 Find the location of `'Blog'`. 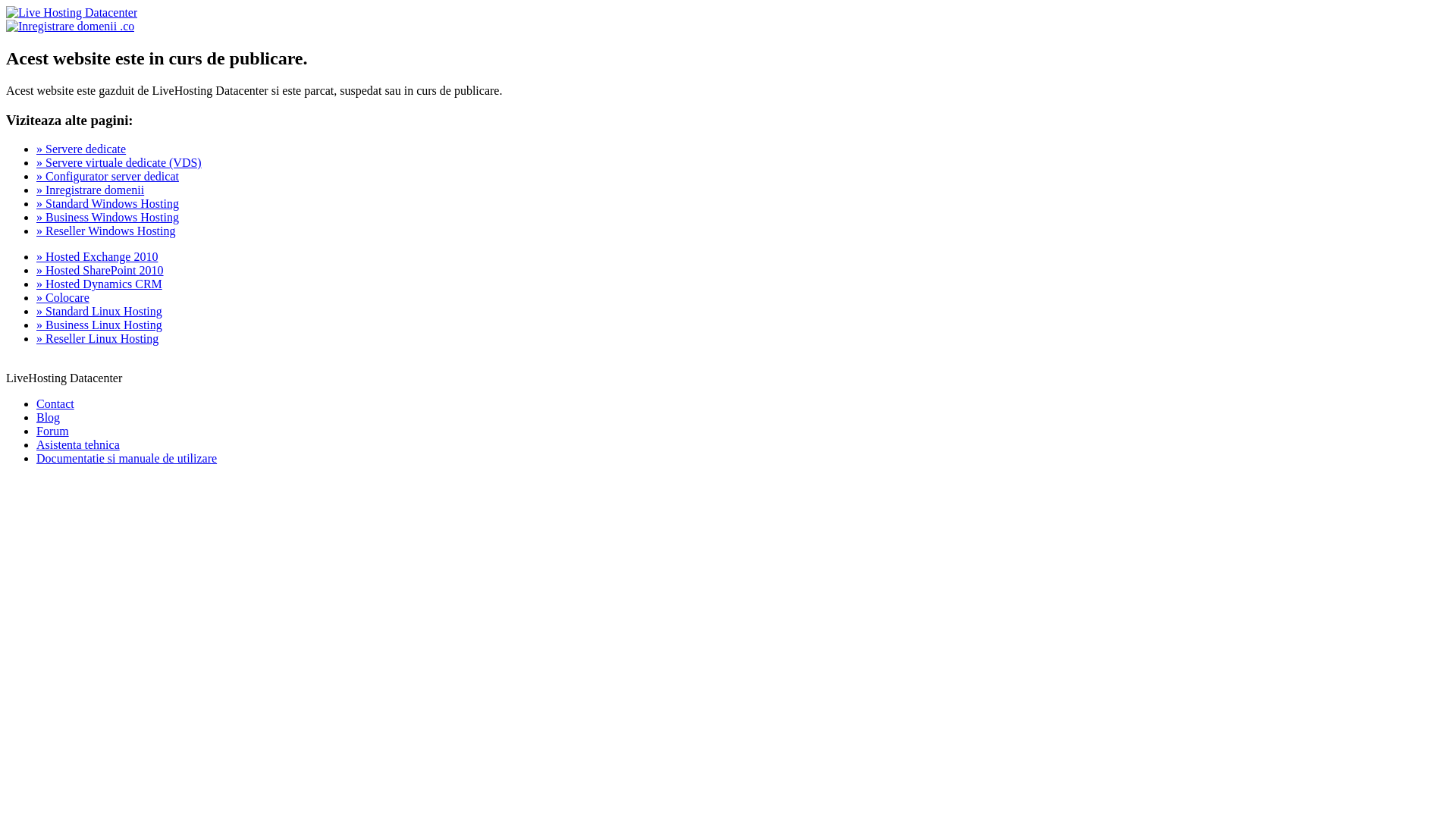

'Blog' is located at coordinates (48, 417).